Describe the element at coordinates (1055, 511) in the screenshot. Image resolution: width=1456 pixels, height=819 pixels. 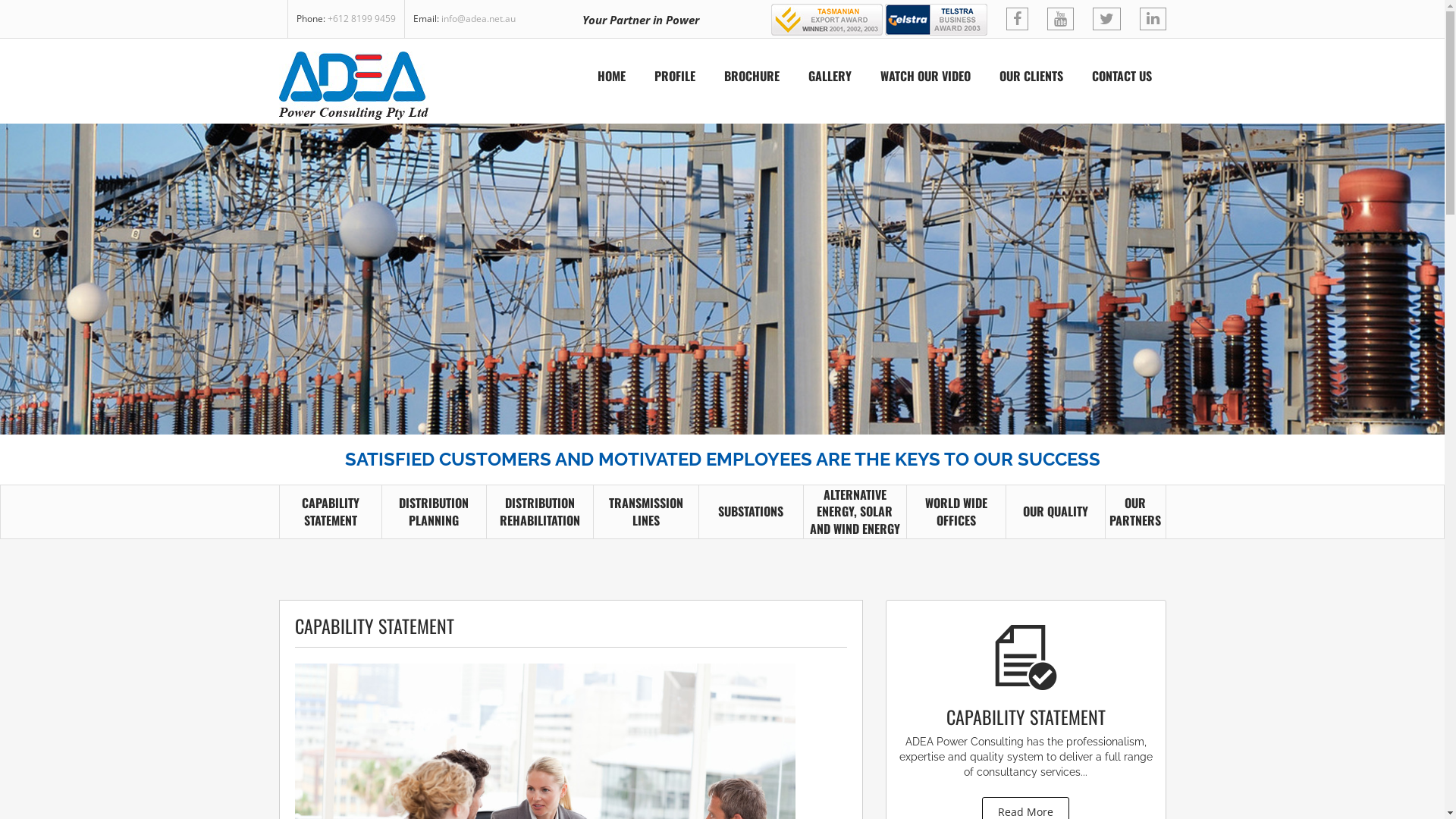
I see `'OUR QUALITY'` at that location.